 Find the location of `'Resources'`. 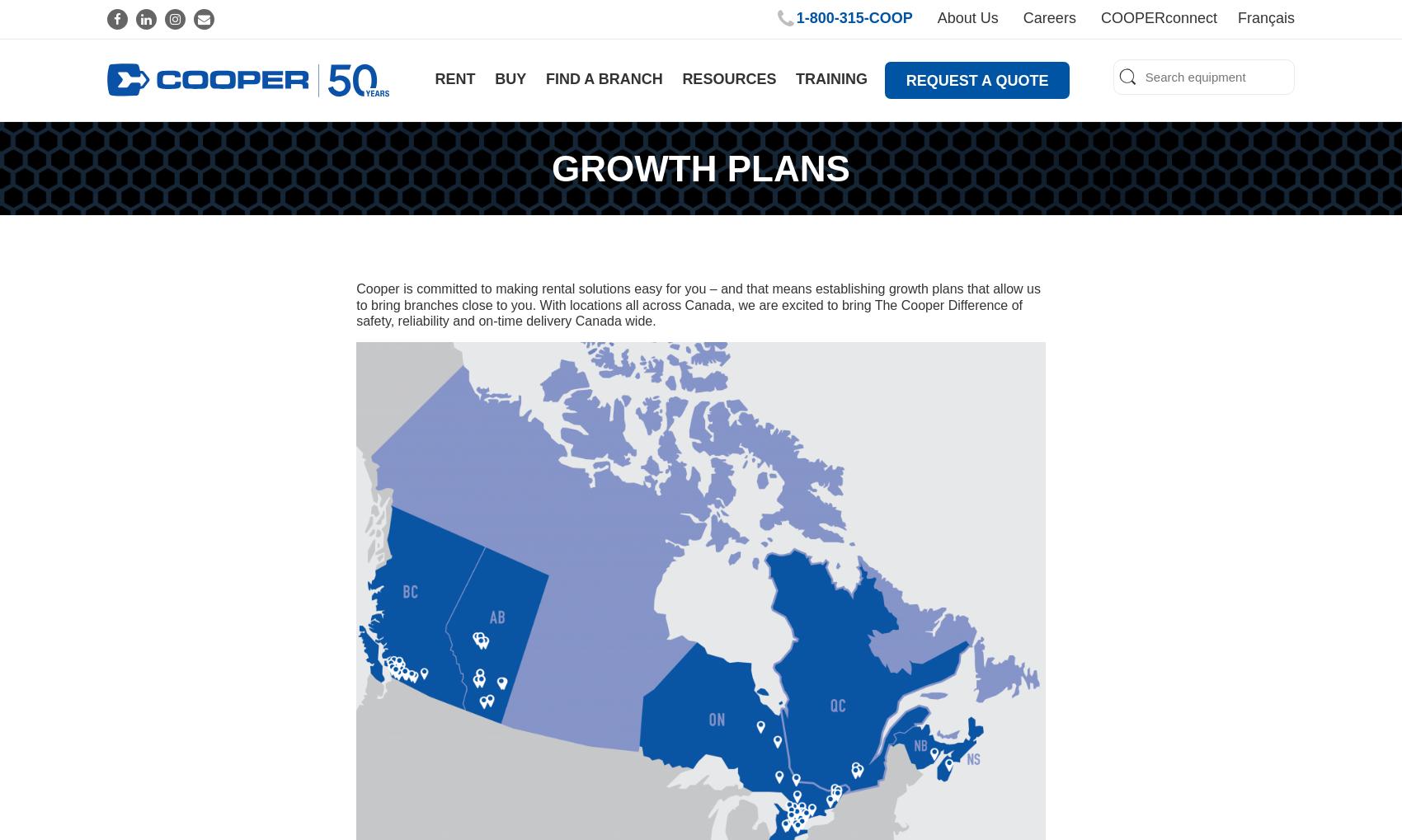

'Resources' is located at coordinates (729, 77).